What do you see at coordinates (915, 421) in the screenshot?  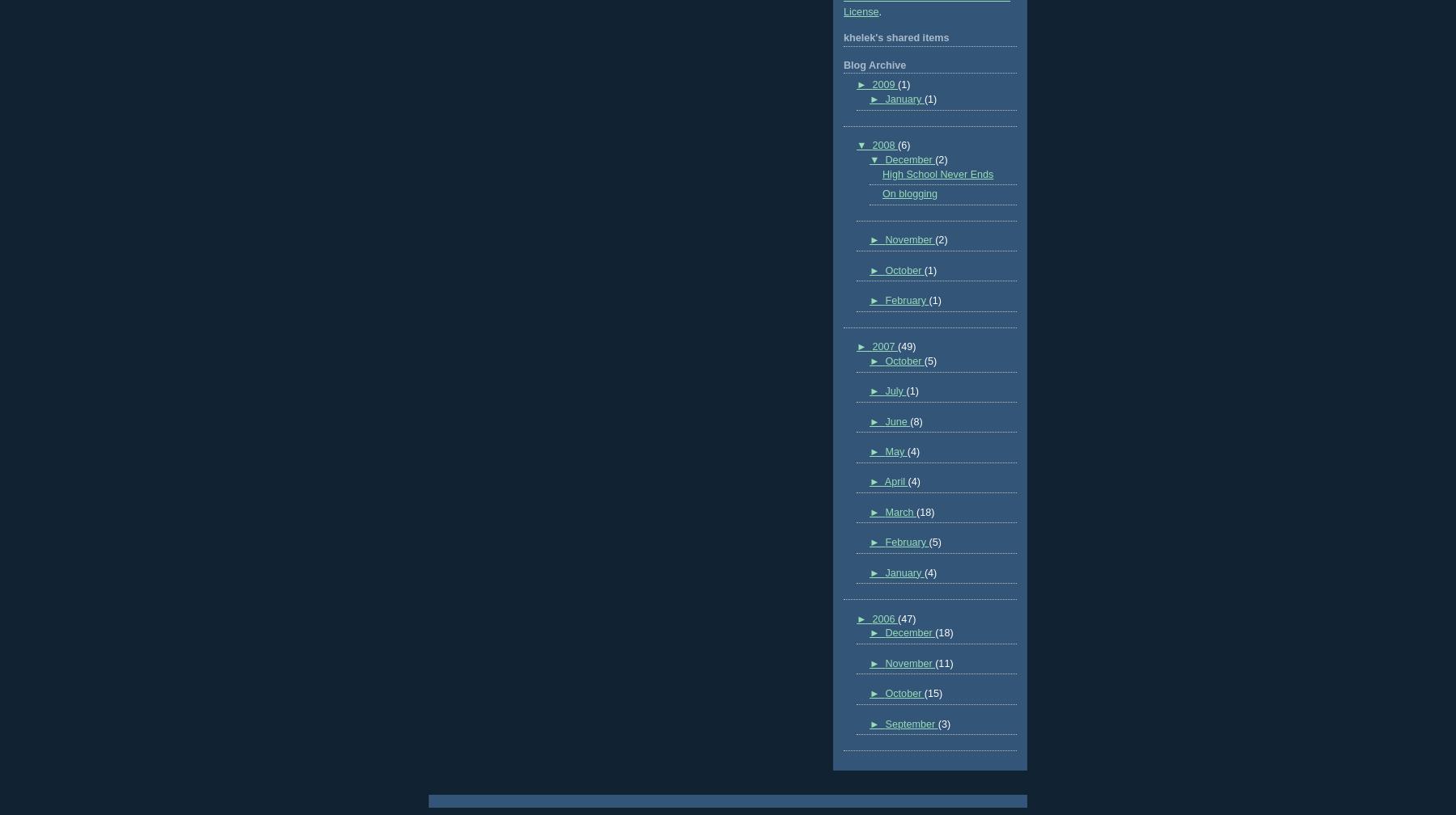 I see `'(8)'` at bounding box center [915, 421].